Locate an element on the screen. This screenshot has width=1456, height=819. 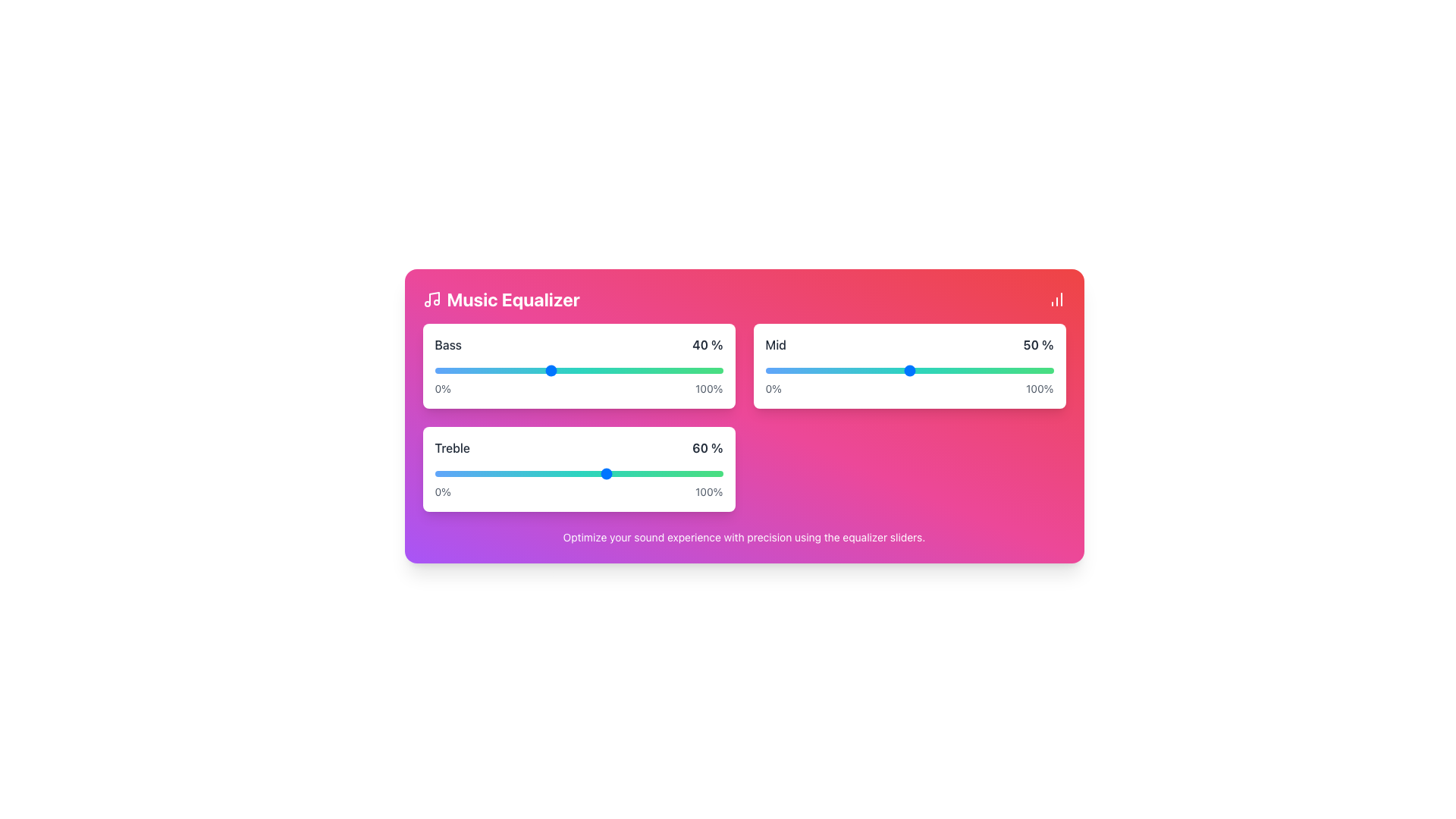
the '100%' text label, which represents the upper limit of the scale for the associated slider, located at the top-right quadrant under the horizontal slider in the 'Mid' setting component is located at coordinates (1039, 388).